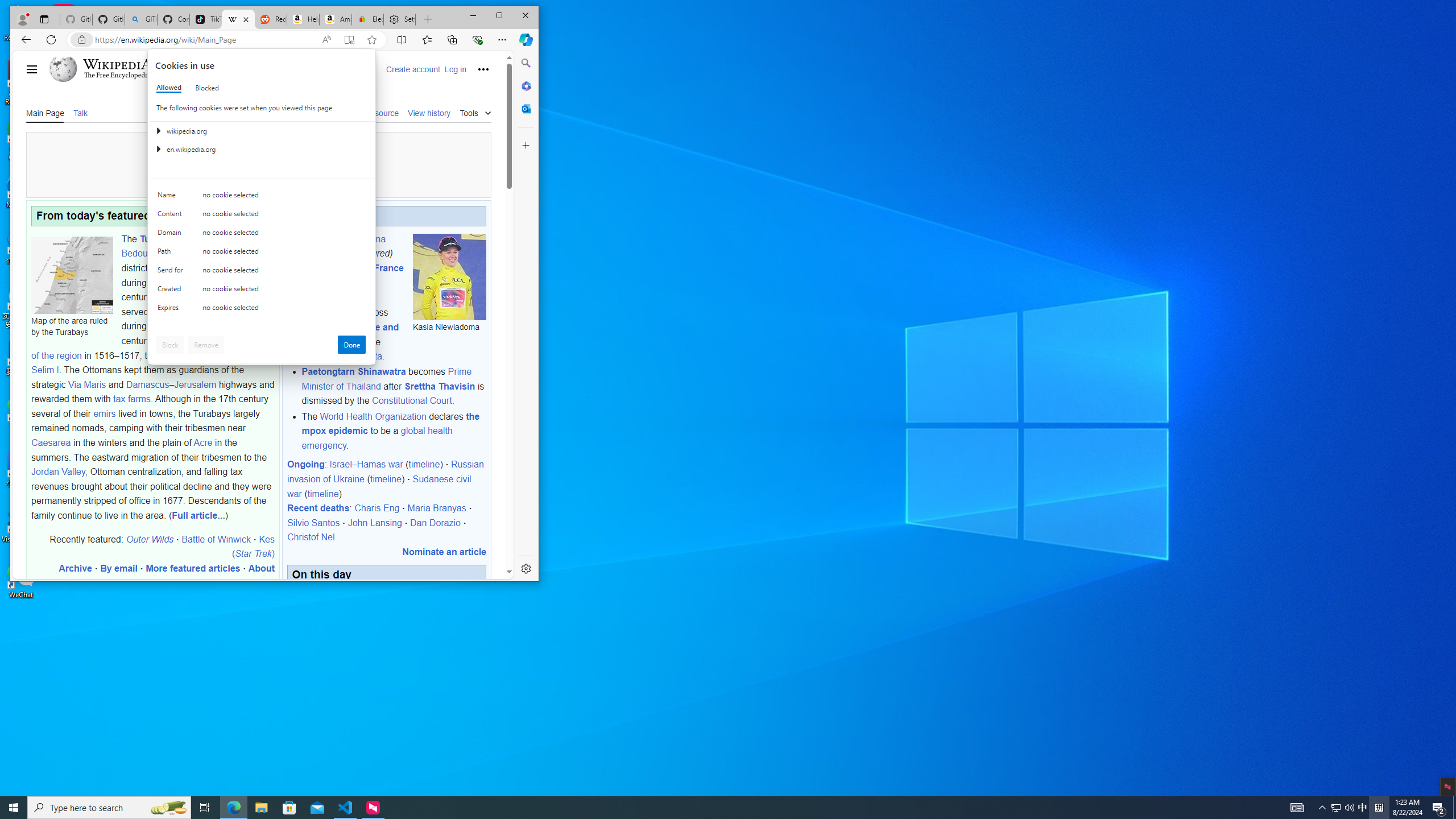  What do you see at coordinates (1349, 806) in the screenshot?
I see `'Q2790: 100%'` at bounding box center [1349, 806].